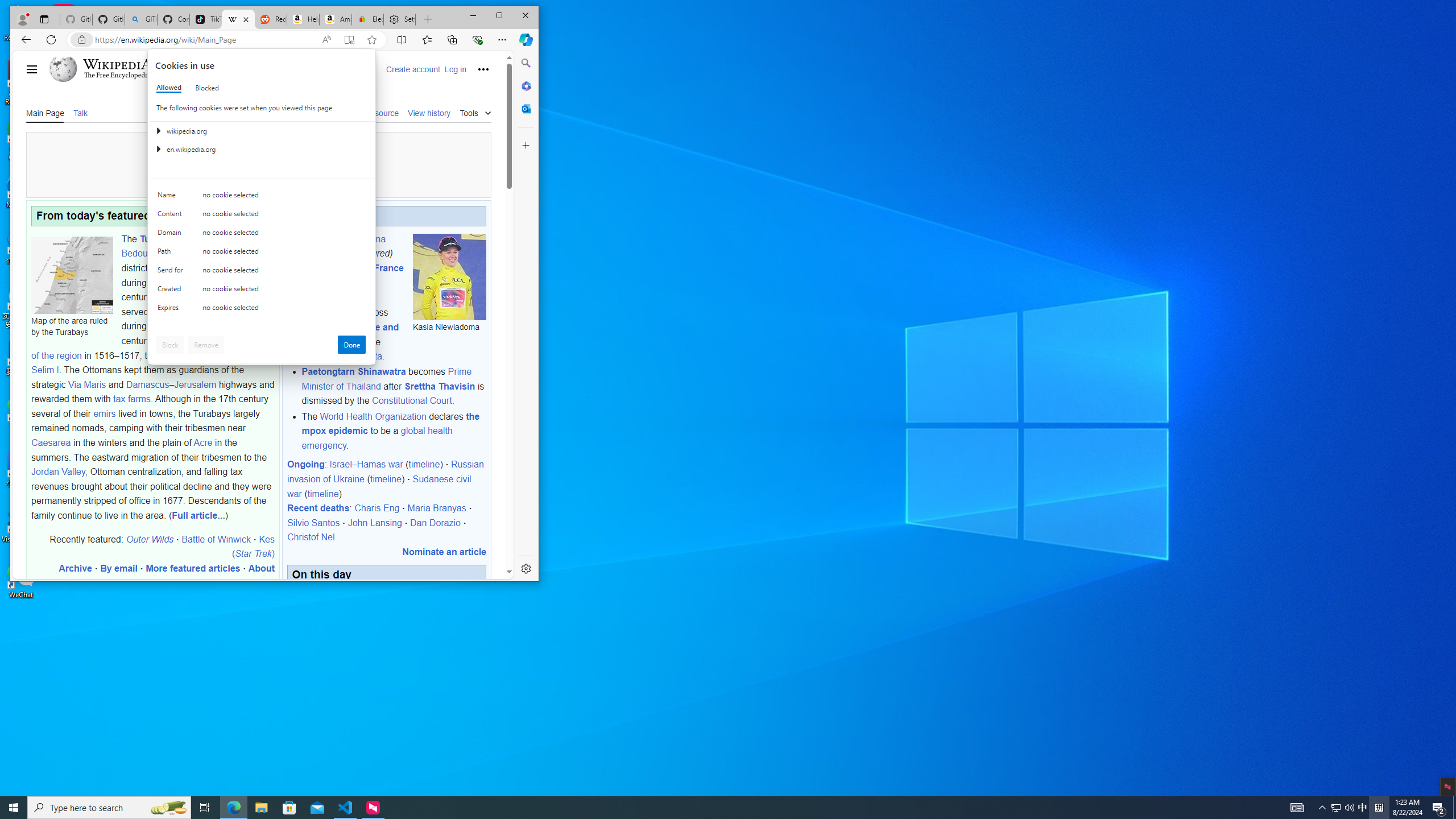  What do you see at coordinates (1349, 806) in the screenshot?
I see `'Q2790: 100%'` at bounding box center [1349, 806].